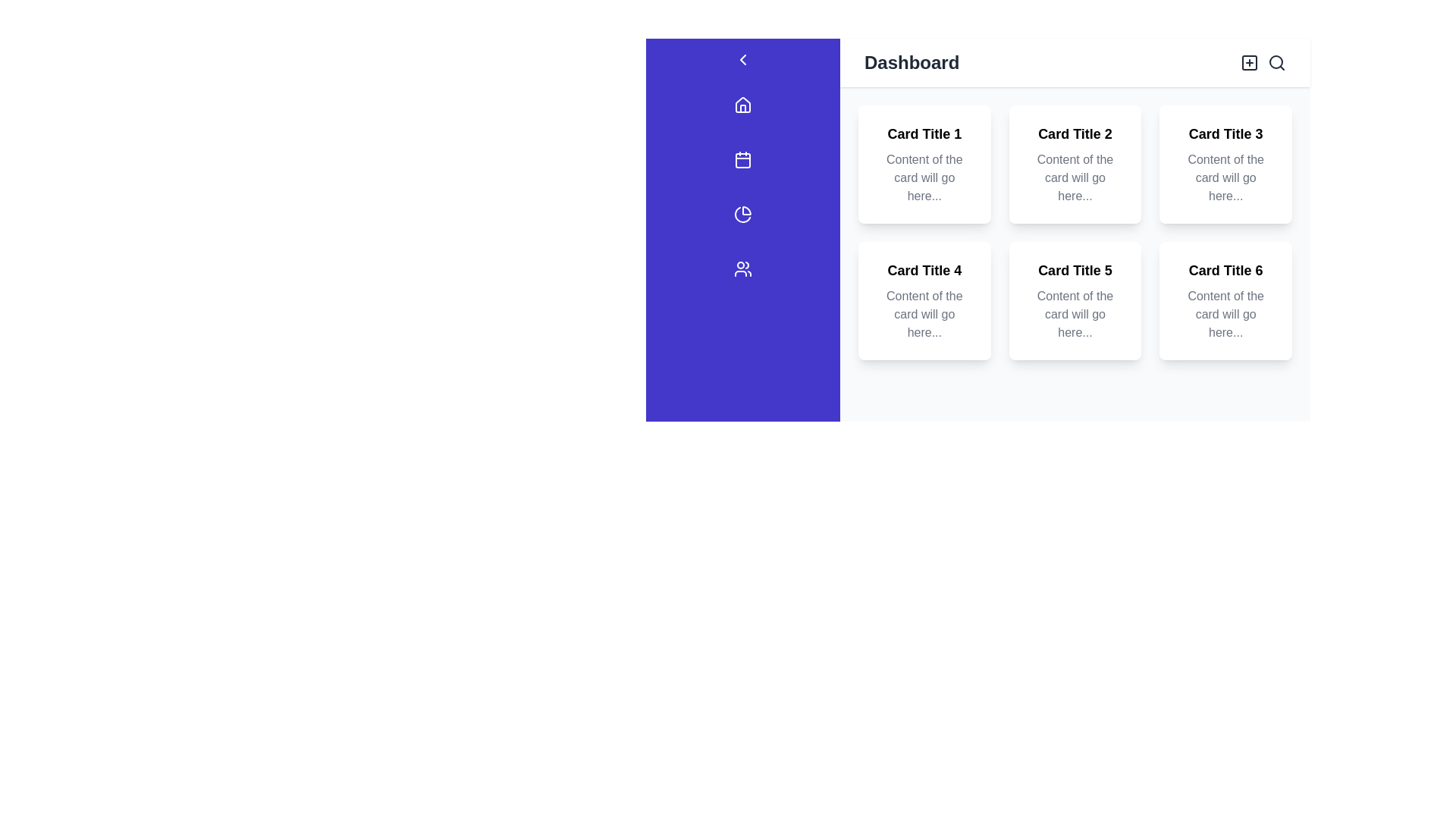 This screenshot has width=1456, height=819. I want to click on the purple button with a calendar icon located on the left navigation bar, positioned as the second item below the house icon, so click(742, 163).